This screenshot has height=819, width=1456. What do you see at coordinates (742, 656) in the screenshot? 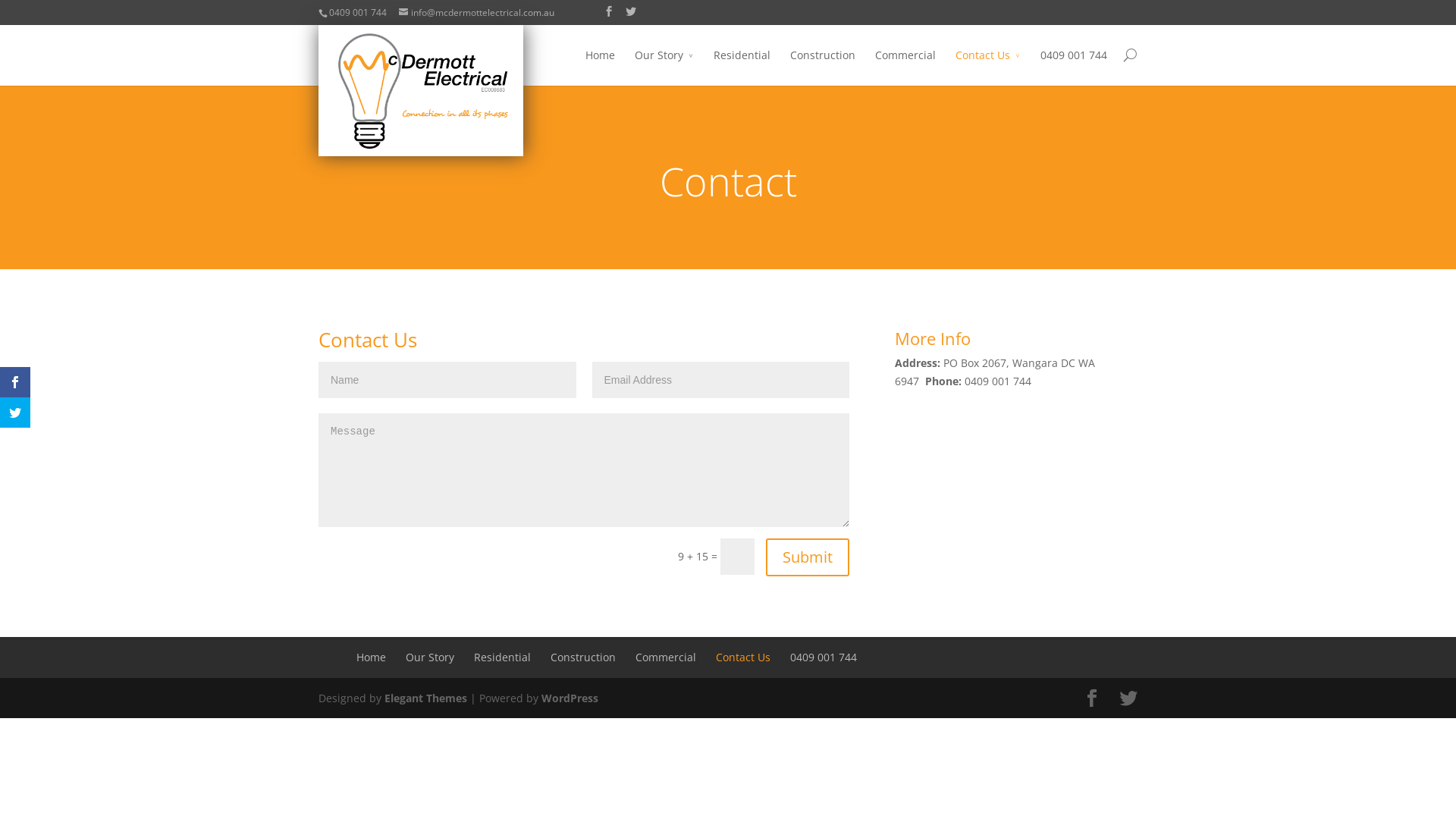
I see `'Contact Us'` at bounding box center [742, 656].